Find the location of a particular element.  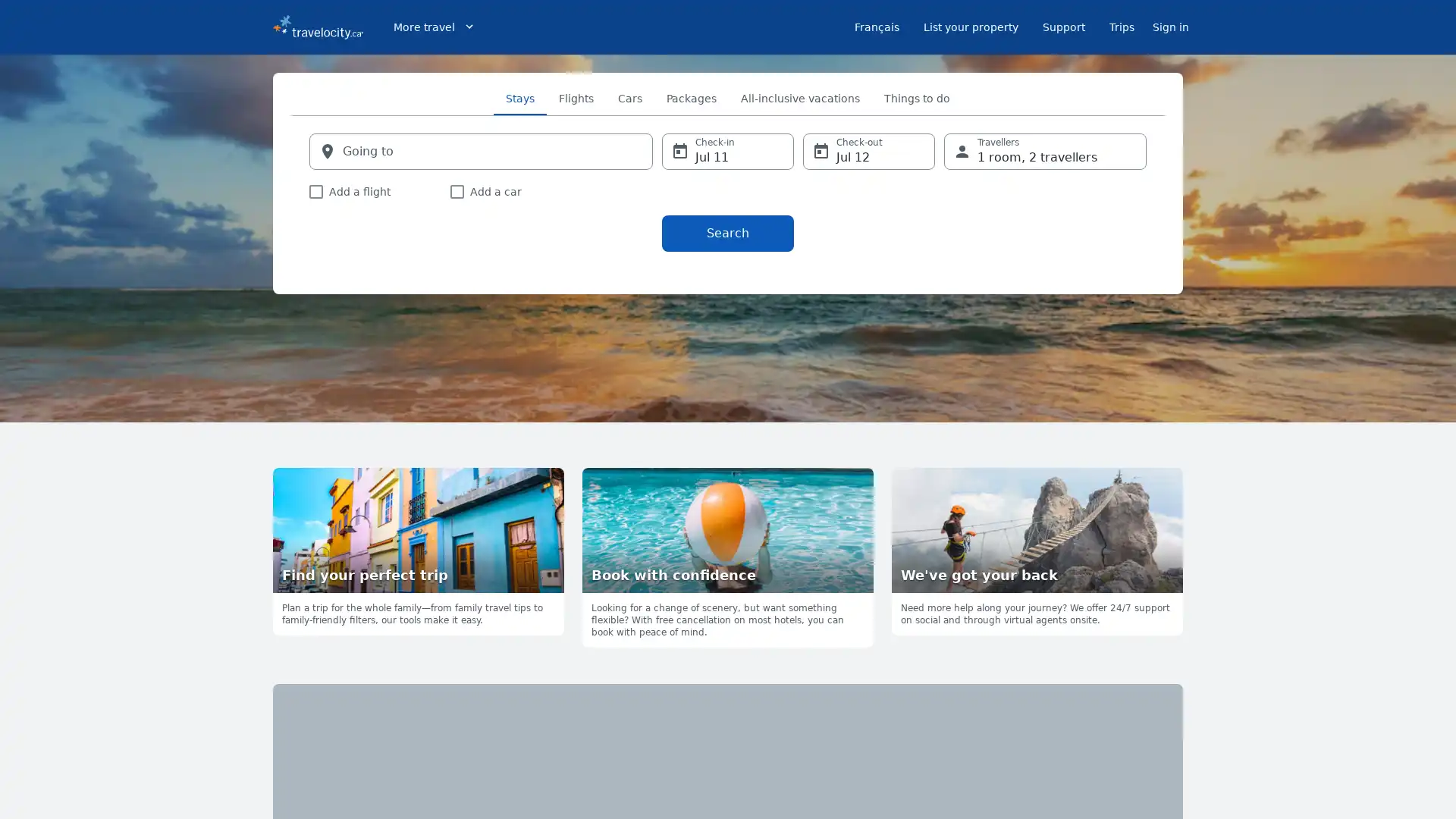

Sign in is located at coordinates (1170, 27).